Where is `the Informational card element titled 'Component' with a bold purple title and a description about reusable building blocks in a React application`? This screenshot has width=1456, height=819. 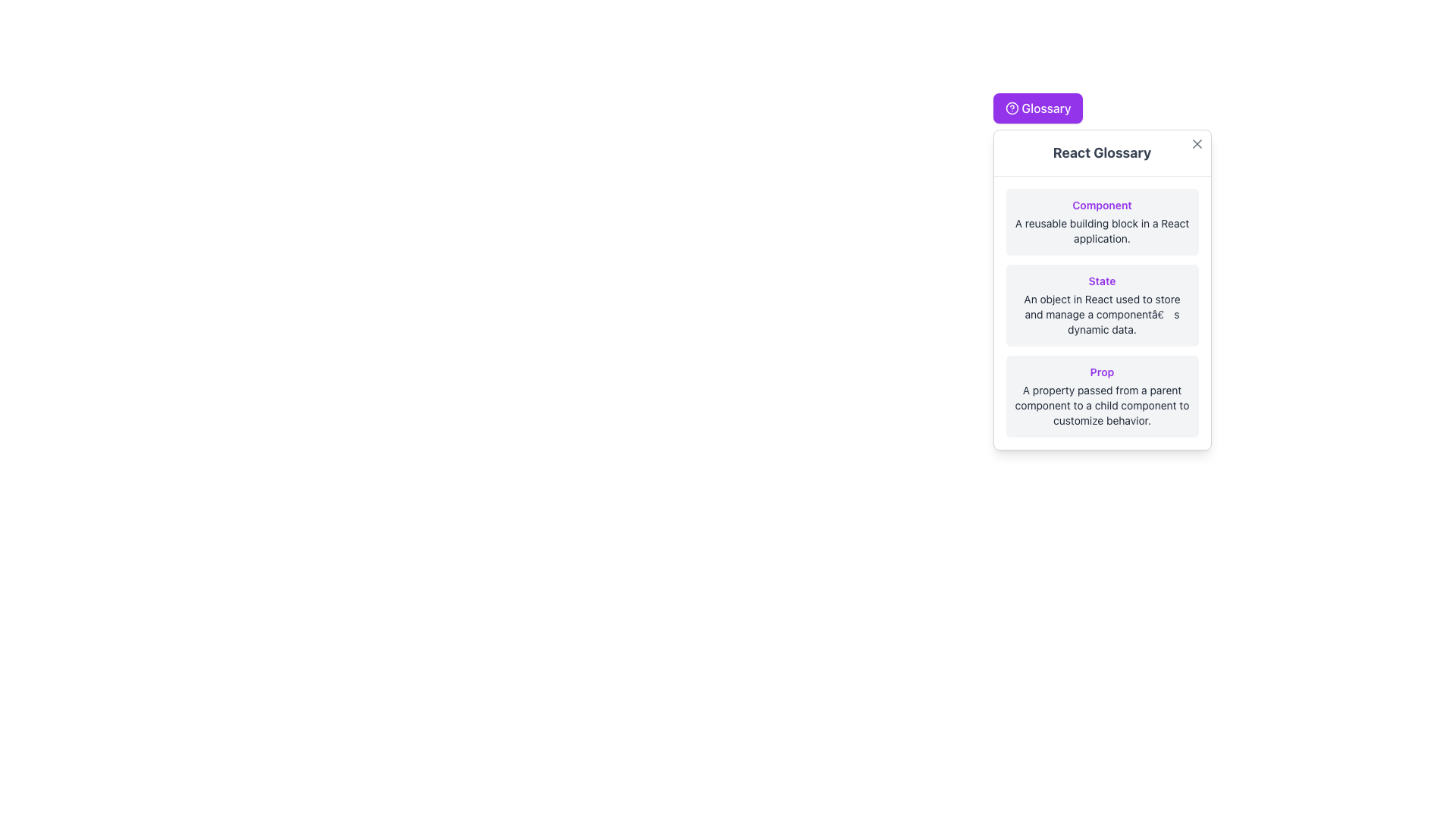
the Informational card element titled 'Component' with a bold purple title and a description about reusable building blocks in a React application is located at coordinates (1102, 222).